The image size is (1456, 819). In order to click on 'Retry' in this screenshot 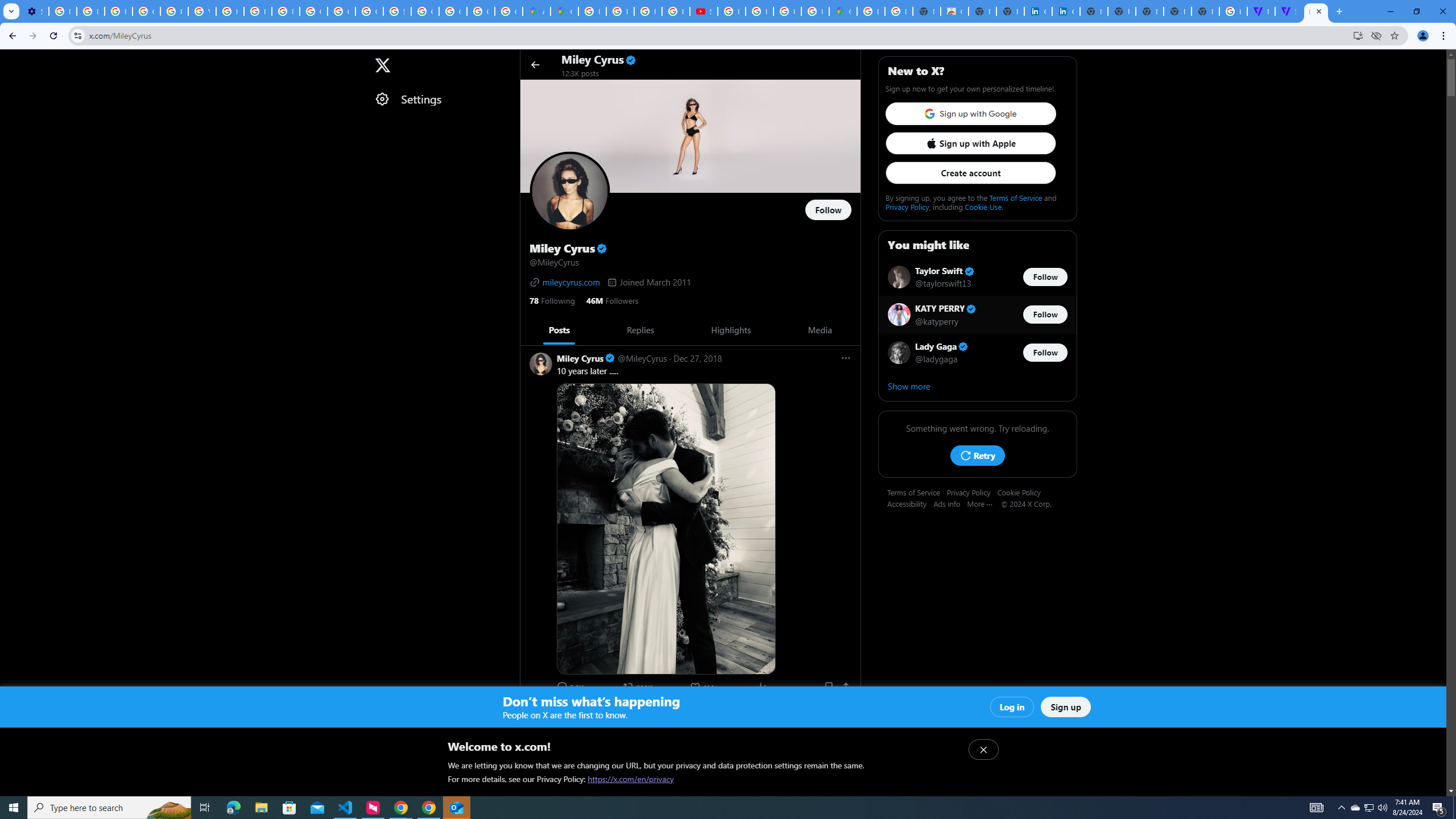, I will do `click(976, 455)`.